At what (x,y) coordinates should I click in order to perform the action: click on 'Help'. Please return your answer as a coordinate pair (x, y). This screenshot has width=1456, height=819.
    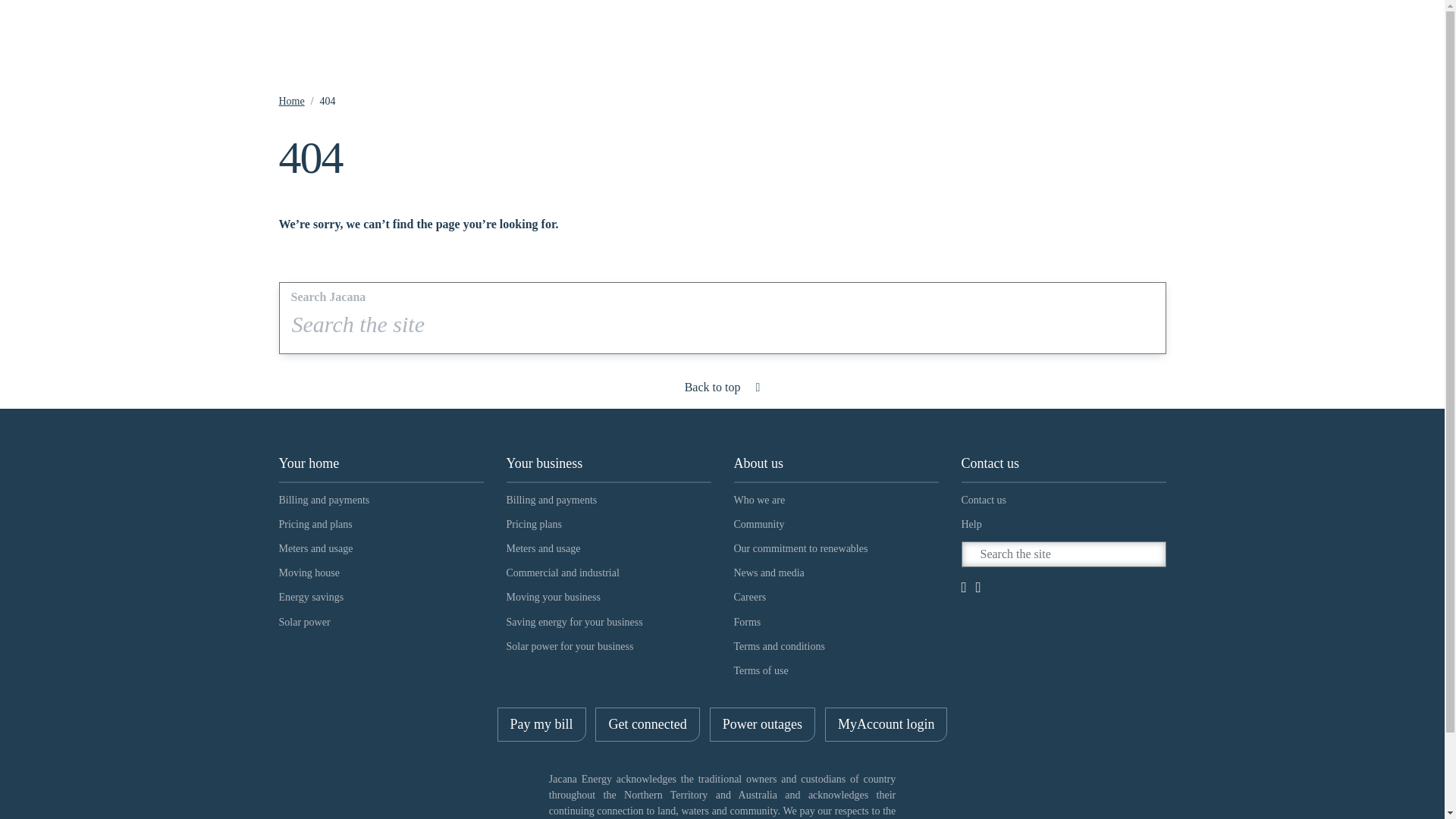
    Looking at the image, I should click on (1062, 526).